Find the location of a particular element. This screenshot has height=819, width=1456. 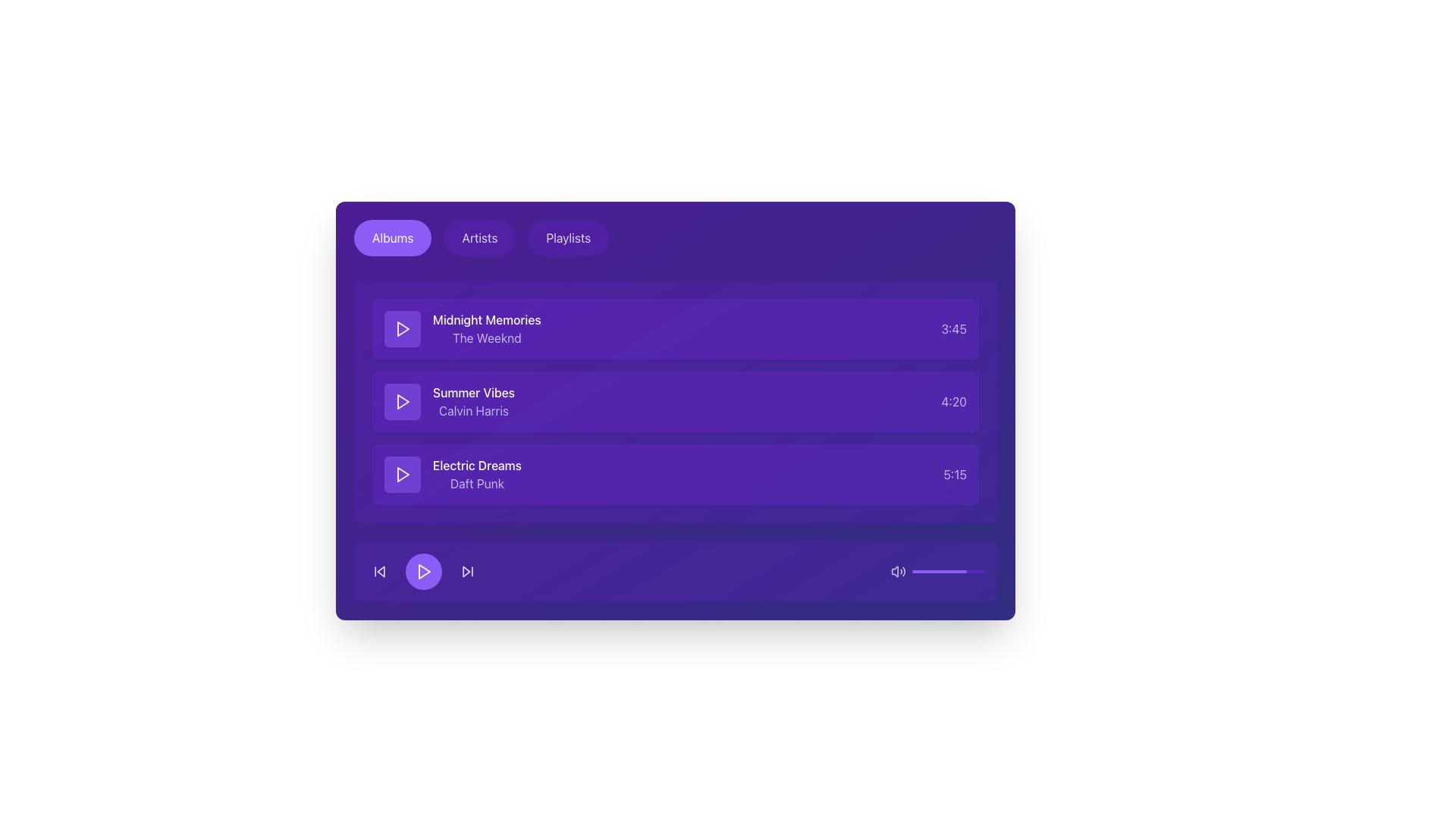

the 'Summer Vibes' text label, which is displayed in a bold white font on a dark purple background is located at coordinates (472, 400).